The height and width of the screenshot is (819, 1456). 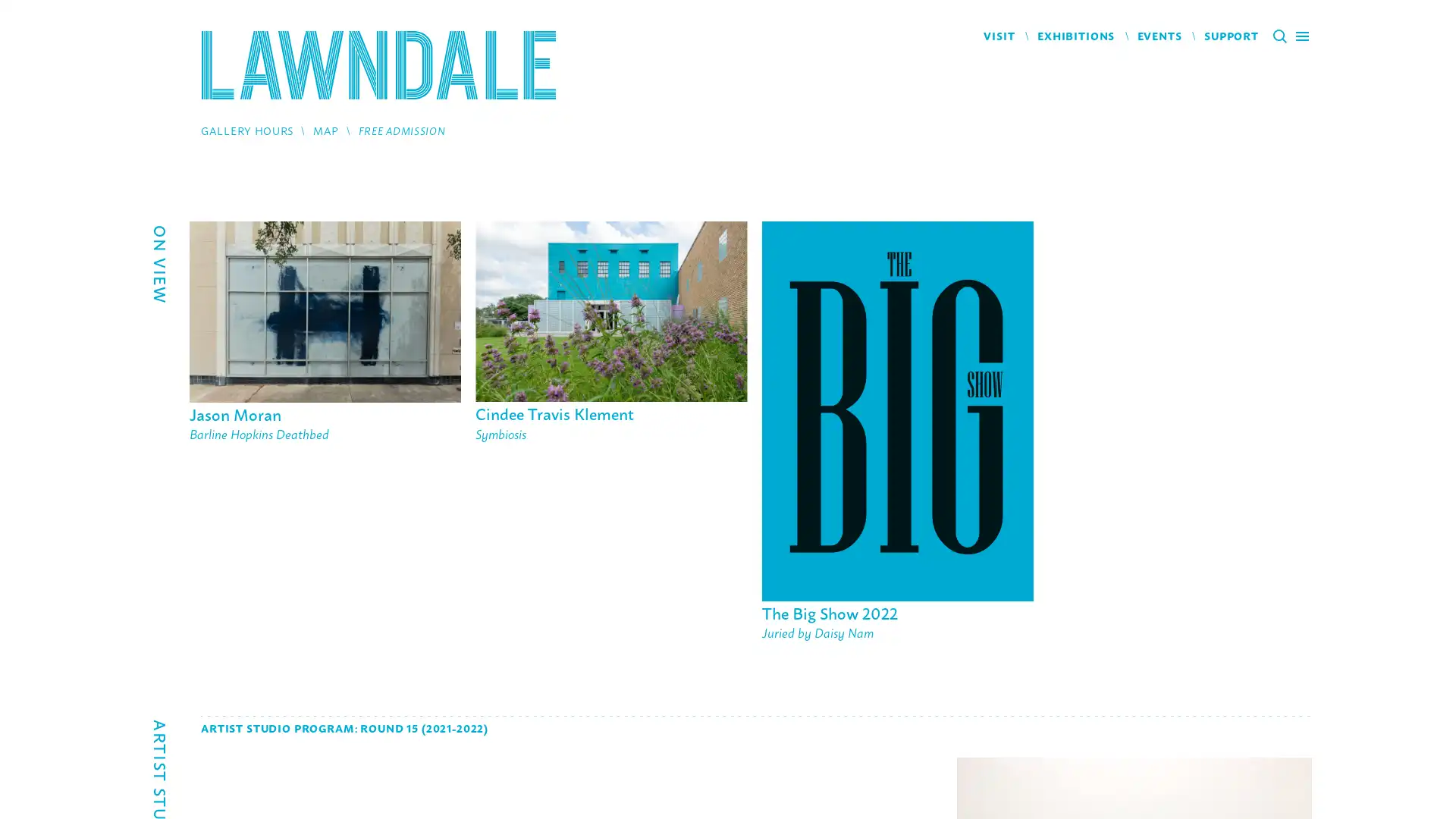 I want to click on Search, so click(x=1279, y=35).